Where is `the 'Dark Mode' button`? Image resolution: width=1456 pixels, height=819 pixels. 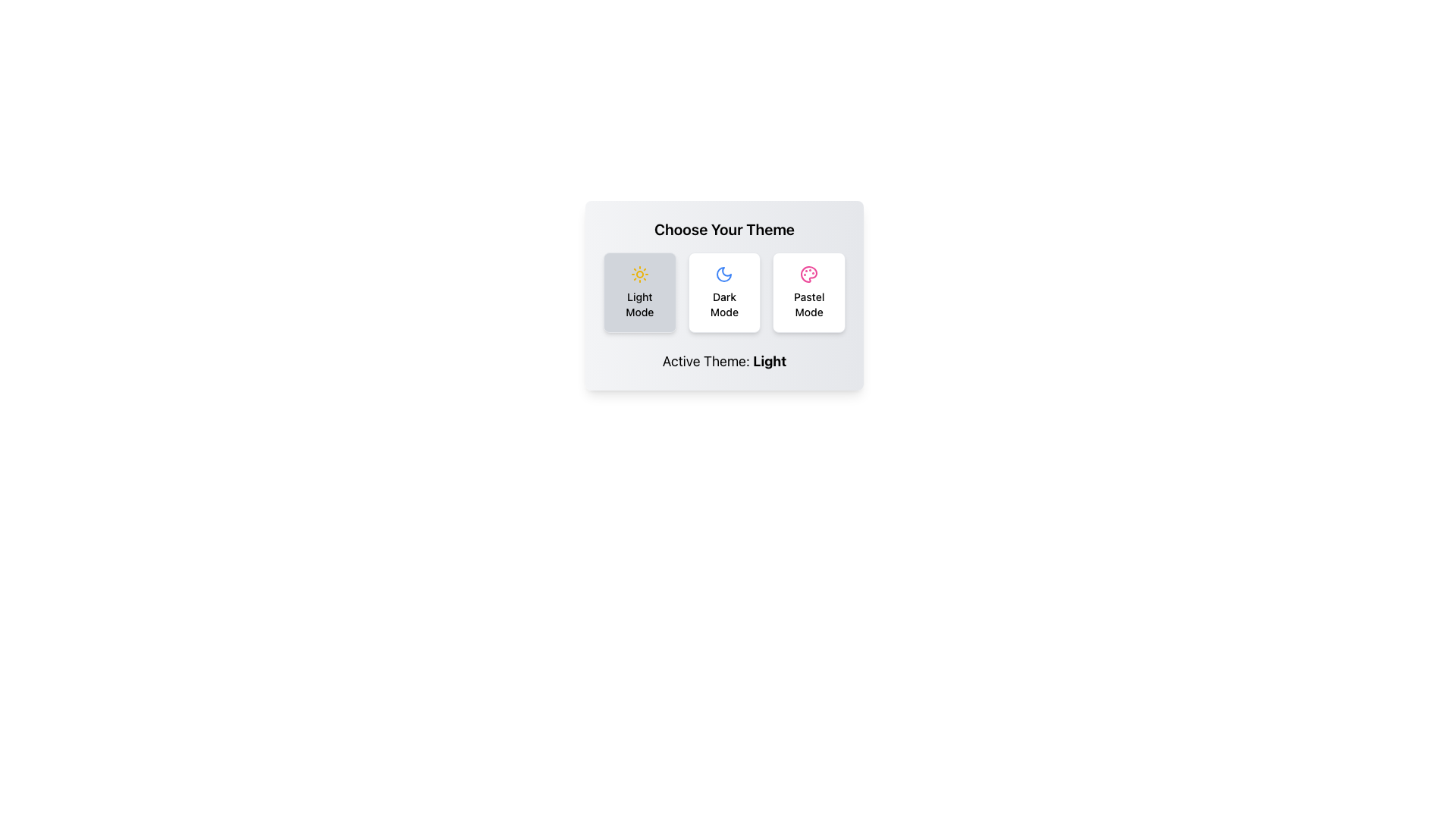
the 'Dark Mode' button is located at coordinates (723, 292).